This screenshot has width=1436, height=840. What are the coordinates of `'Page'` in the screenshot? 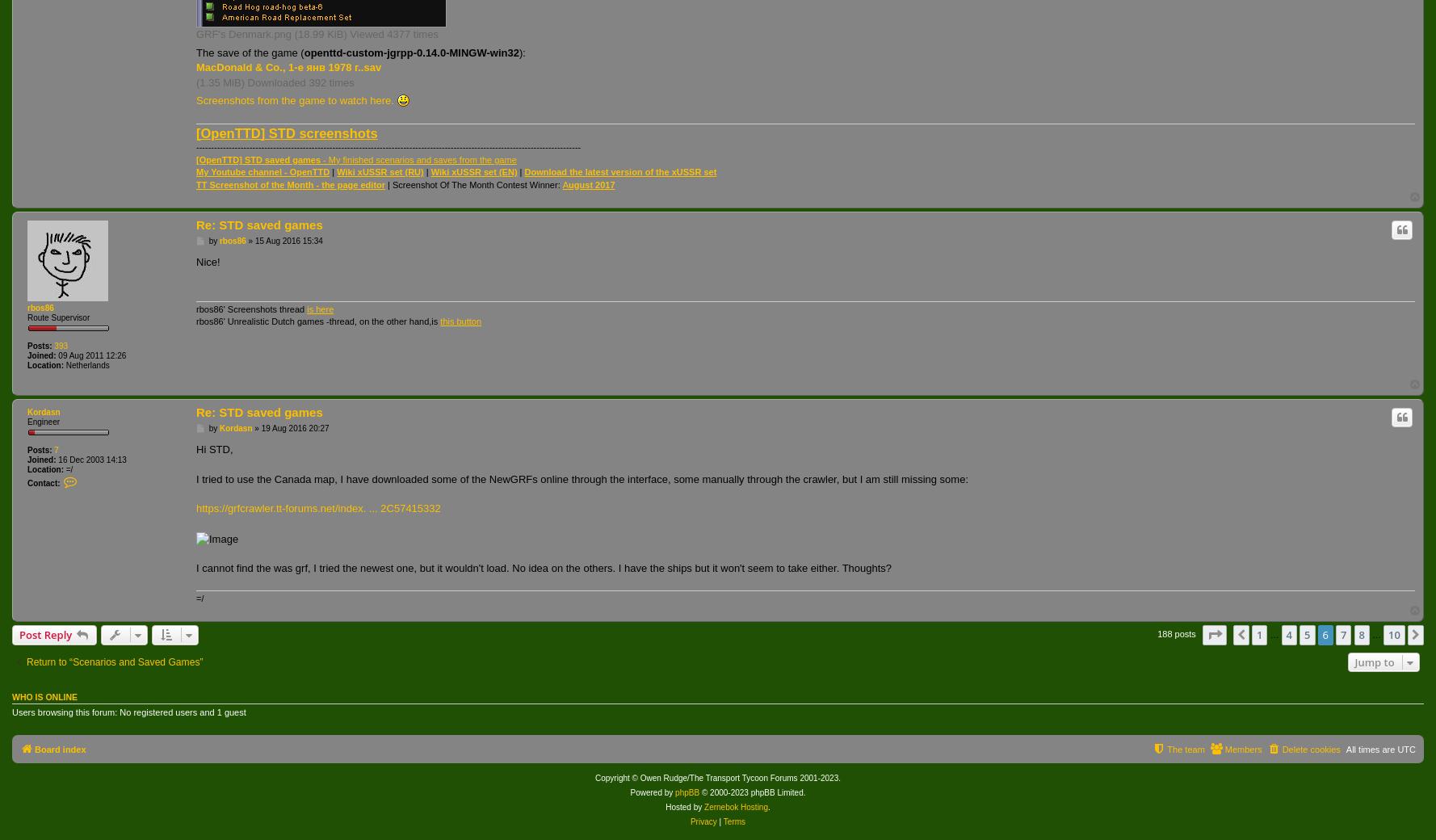 It's located at (1221, 632).